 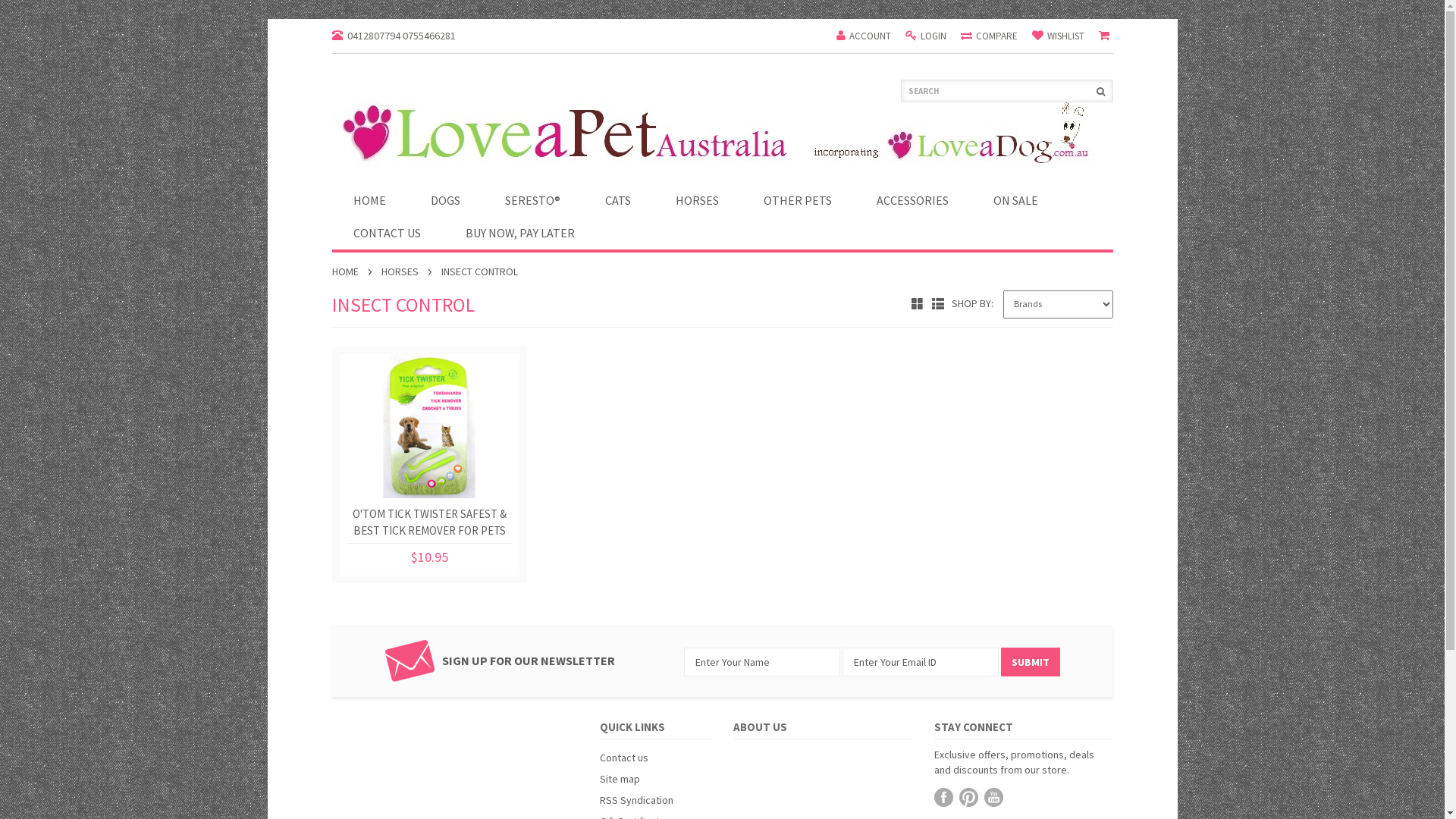 What do you see at coordinates (988, 35) in the screenshot?
I see `'COMPARE'` at bounding box center [988, 35].